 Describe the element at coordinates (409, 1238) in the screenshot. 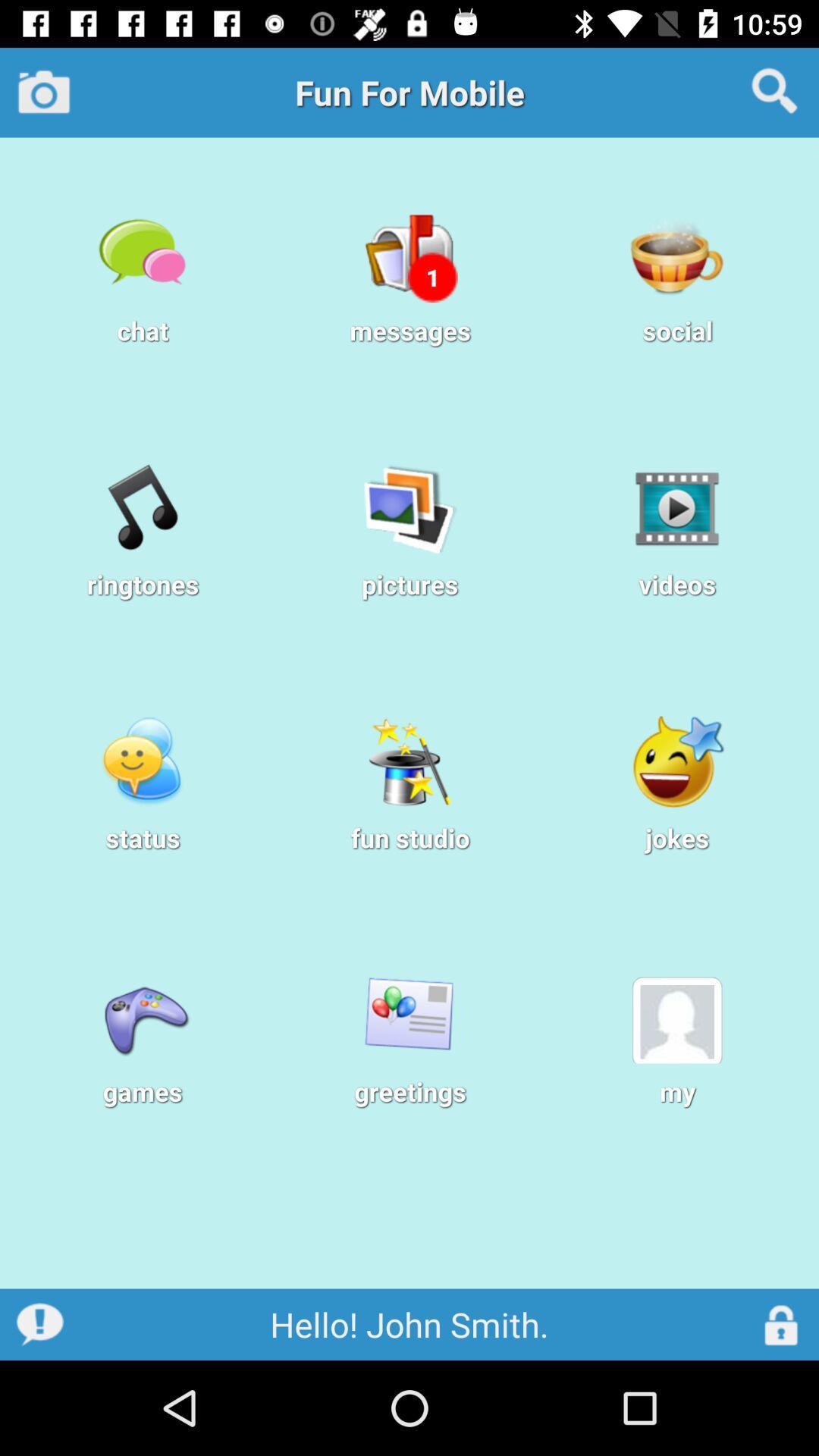

I see `the app below the games item` at that location.